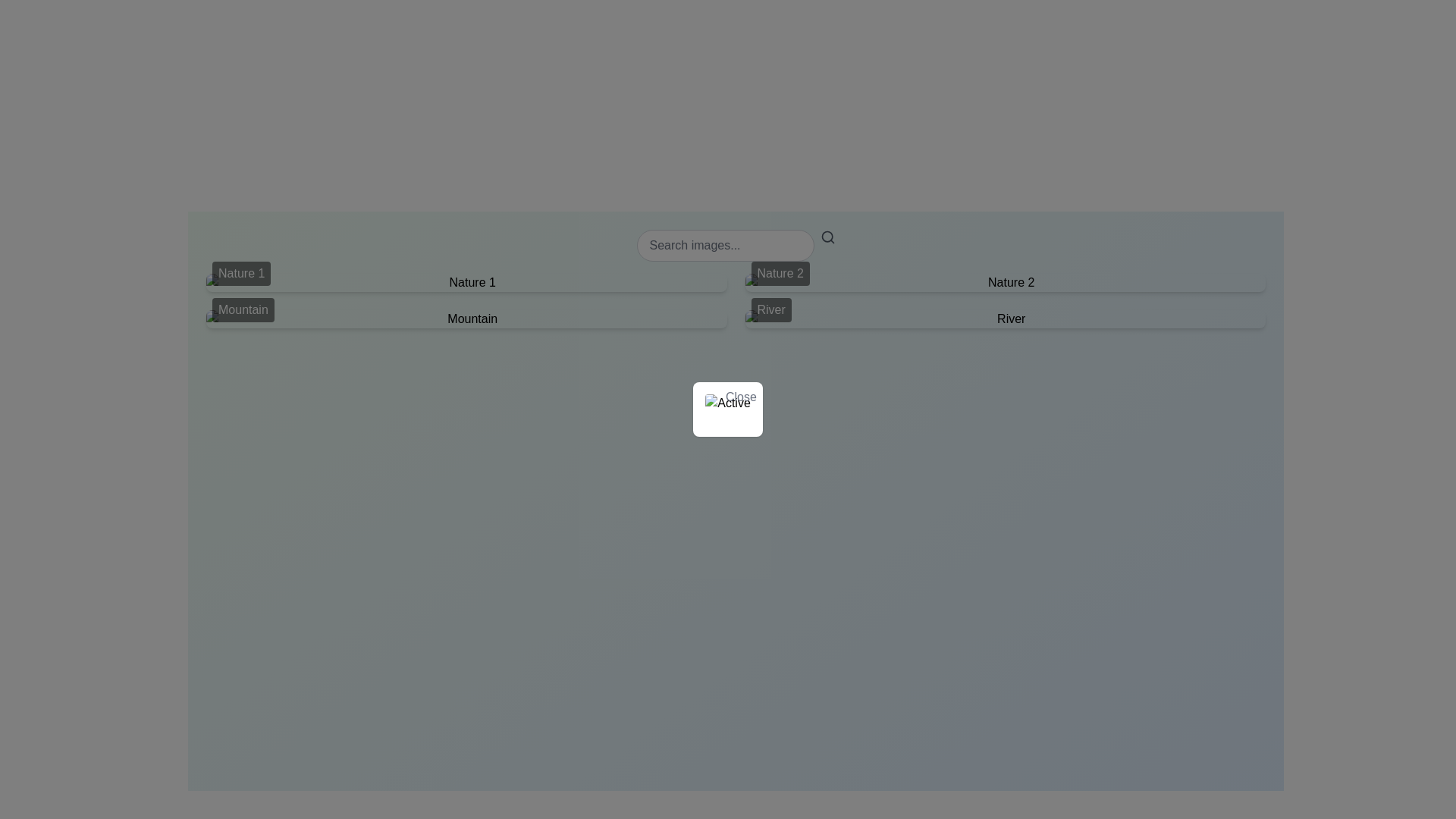  I want to click on the close button, so click(741, 397).